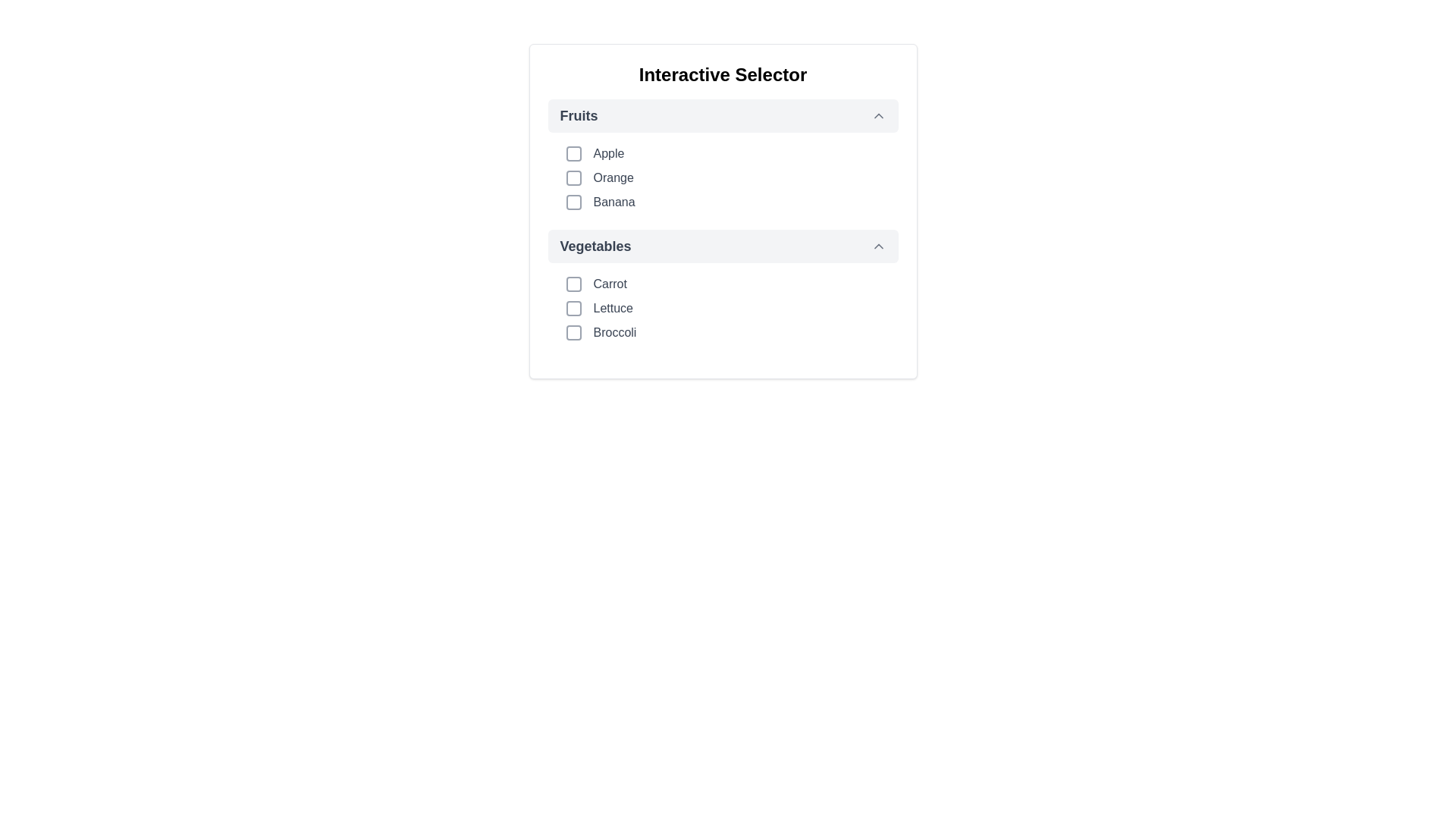 This screenshot has width=1456, height=819. I want to click on the 'Carrot' checkbox within the 'Vegetables' section, so click(732, 284).